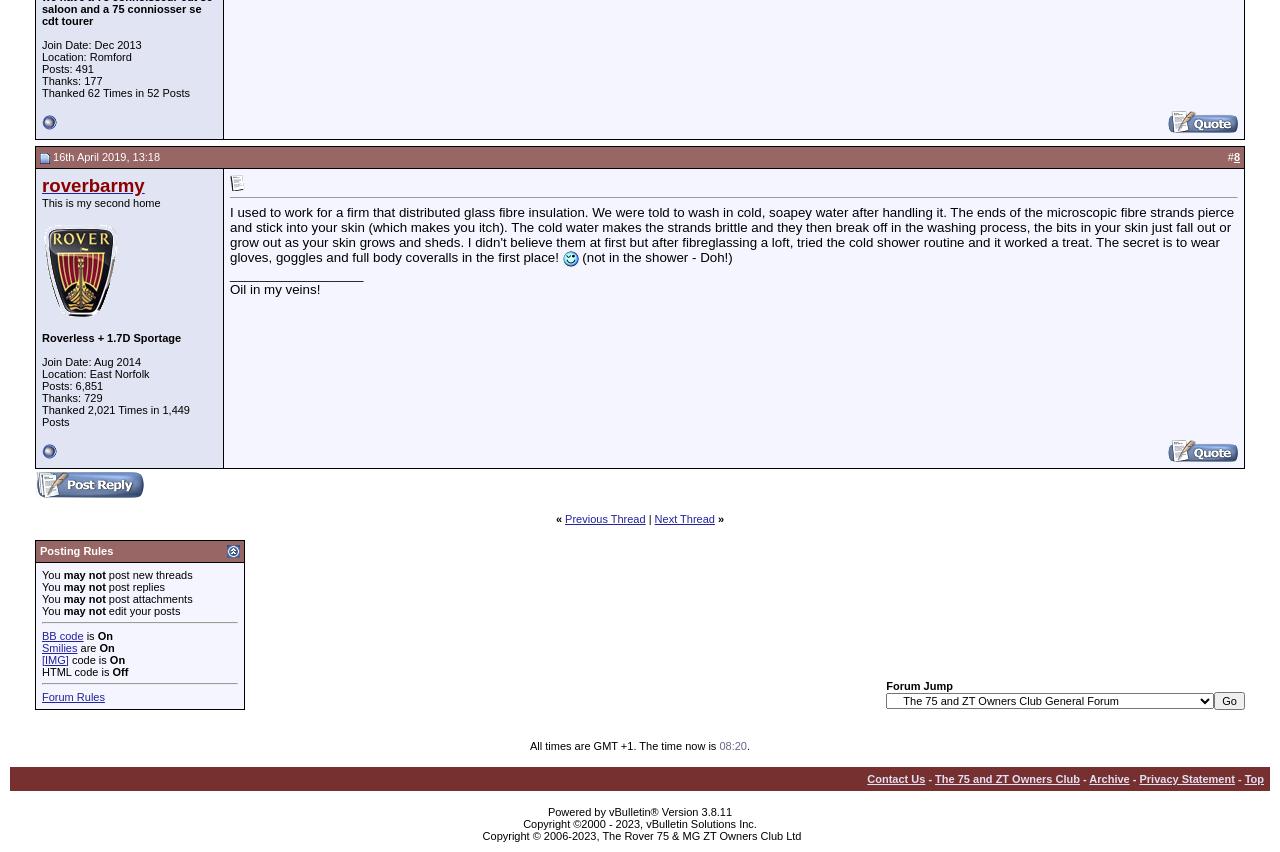  I want to click on 'Forum Rules', so click(72, 695).